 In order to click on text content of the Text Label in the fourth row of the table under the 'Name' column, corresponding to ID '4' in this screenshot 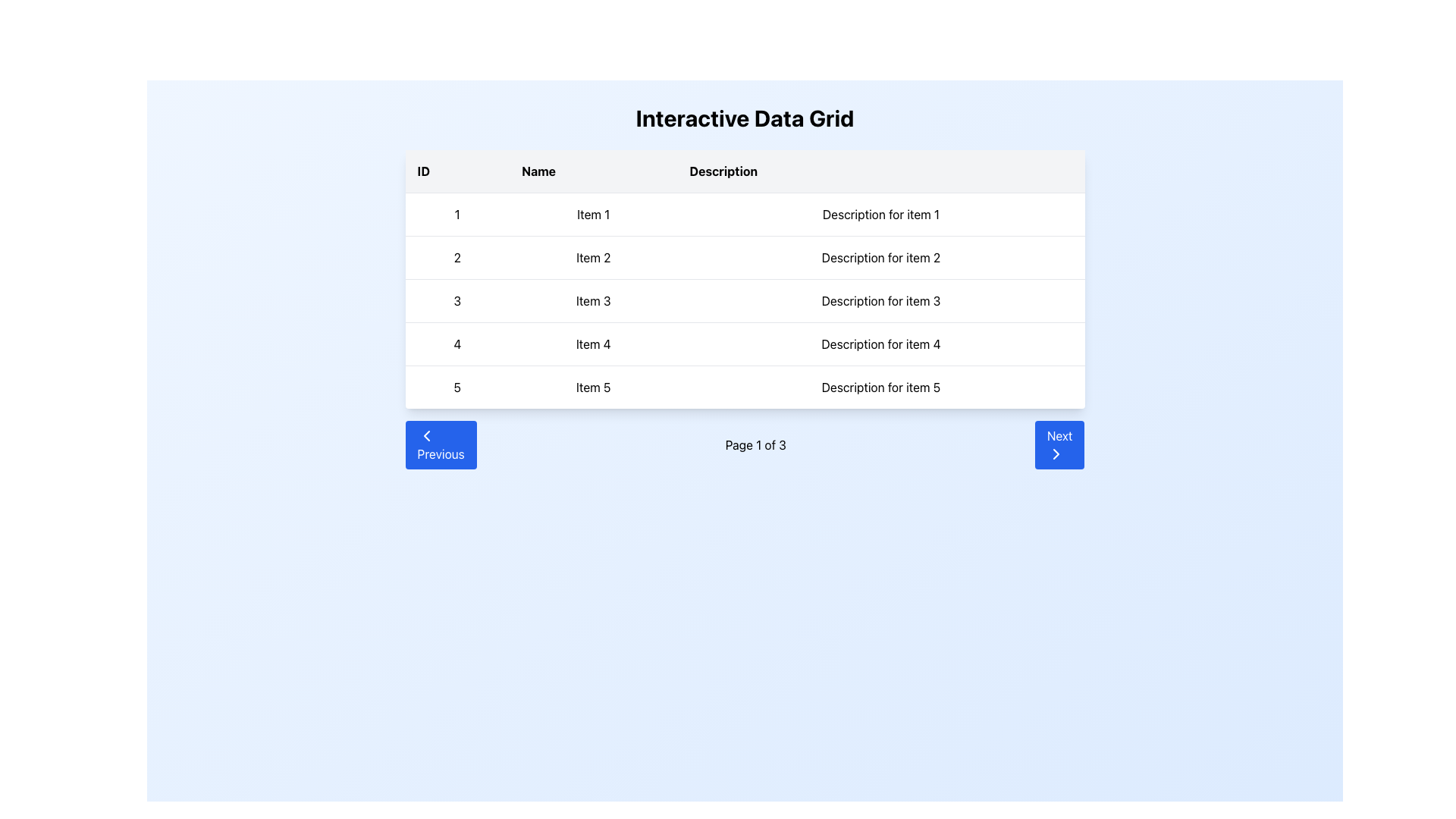, I will do `click(592, 344)`.